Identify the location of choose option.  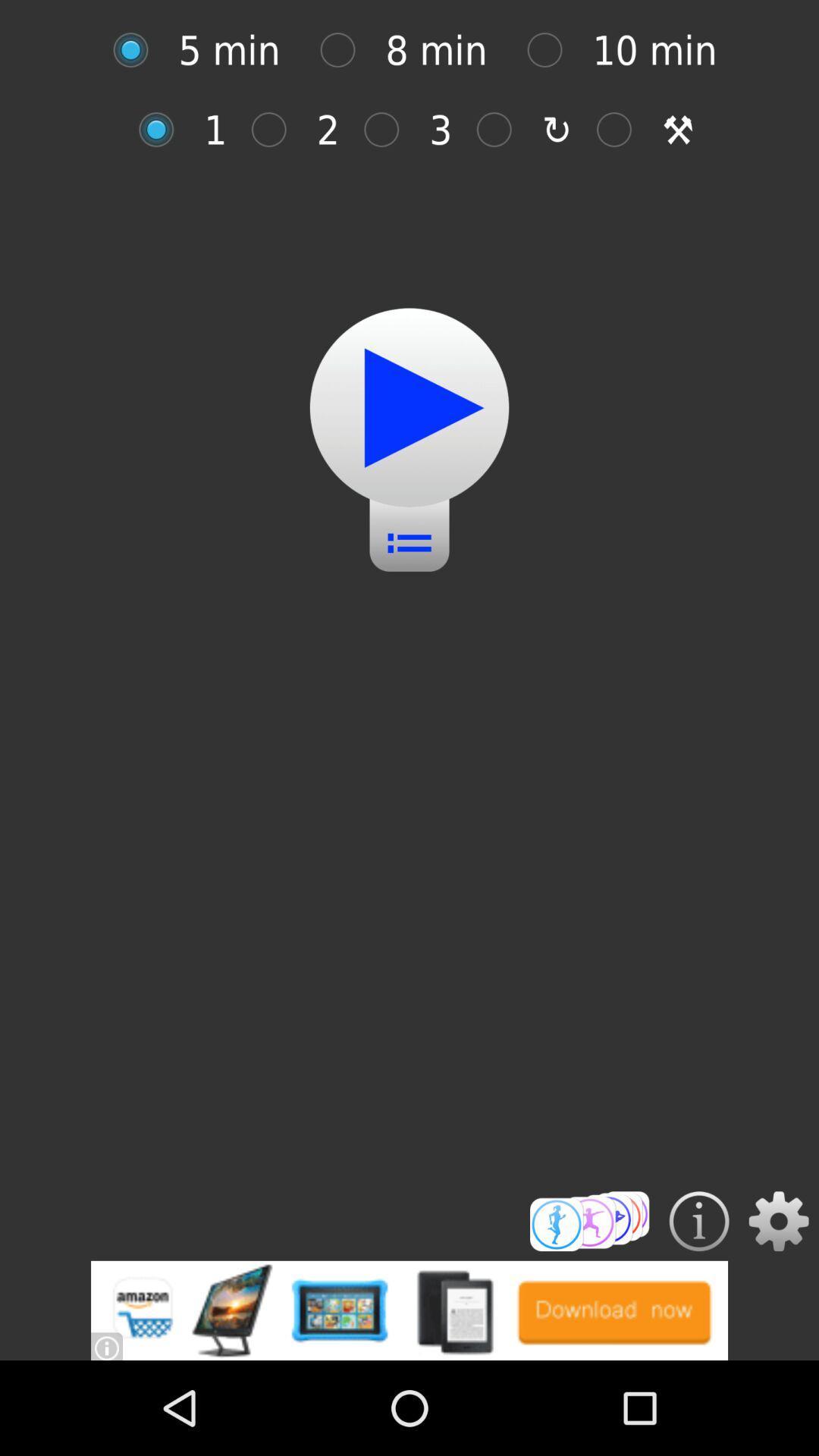
(622, 130).